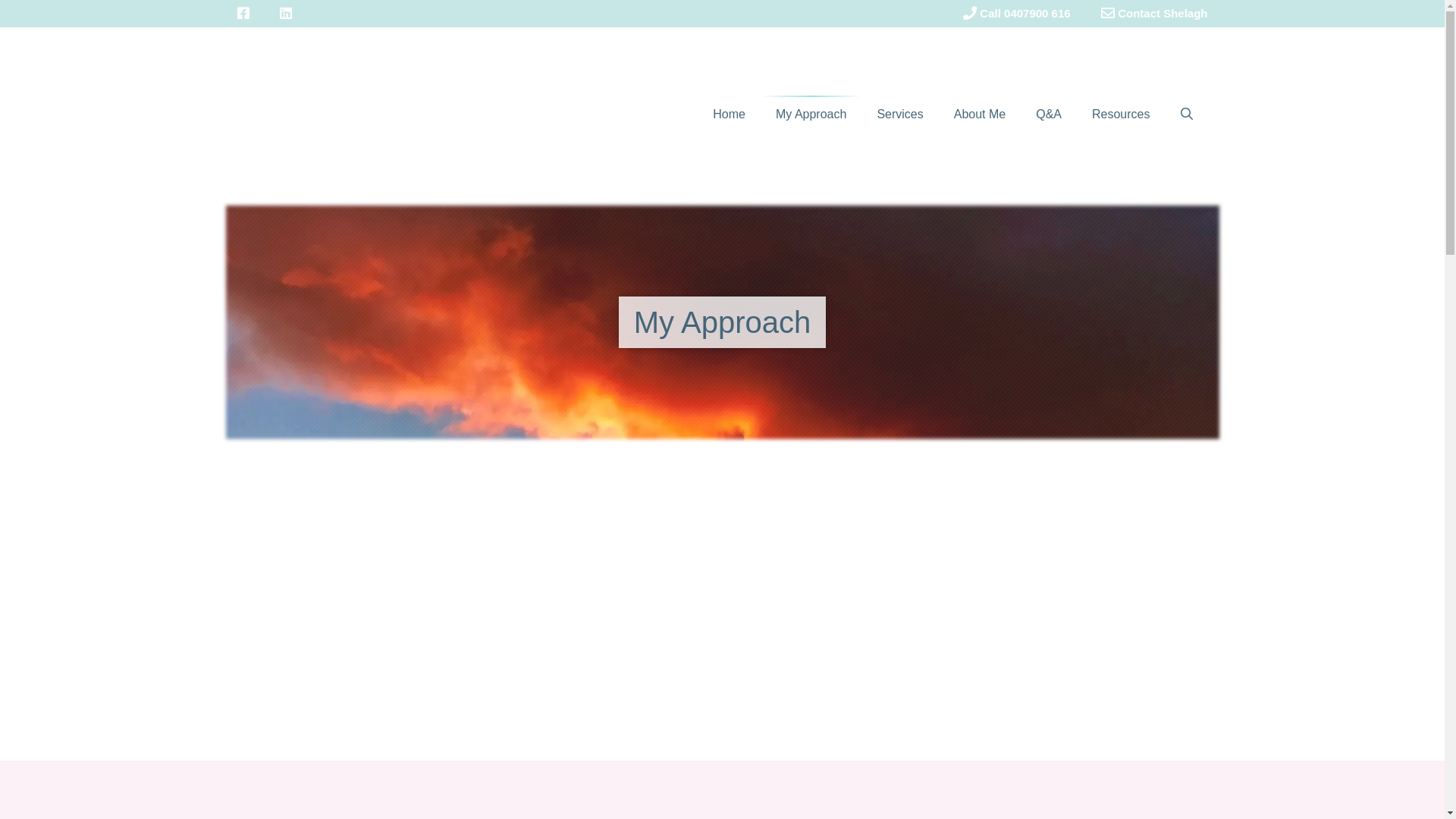 The width and height of the screenshot is (1456, 819). Describe the element at coordinates (979, 113) in the screenshot. I see `'About Me'` at that location.